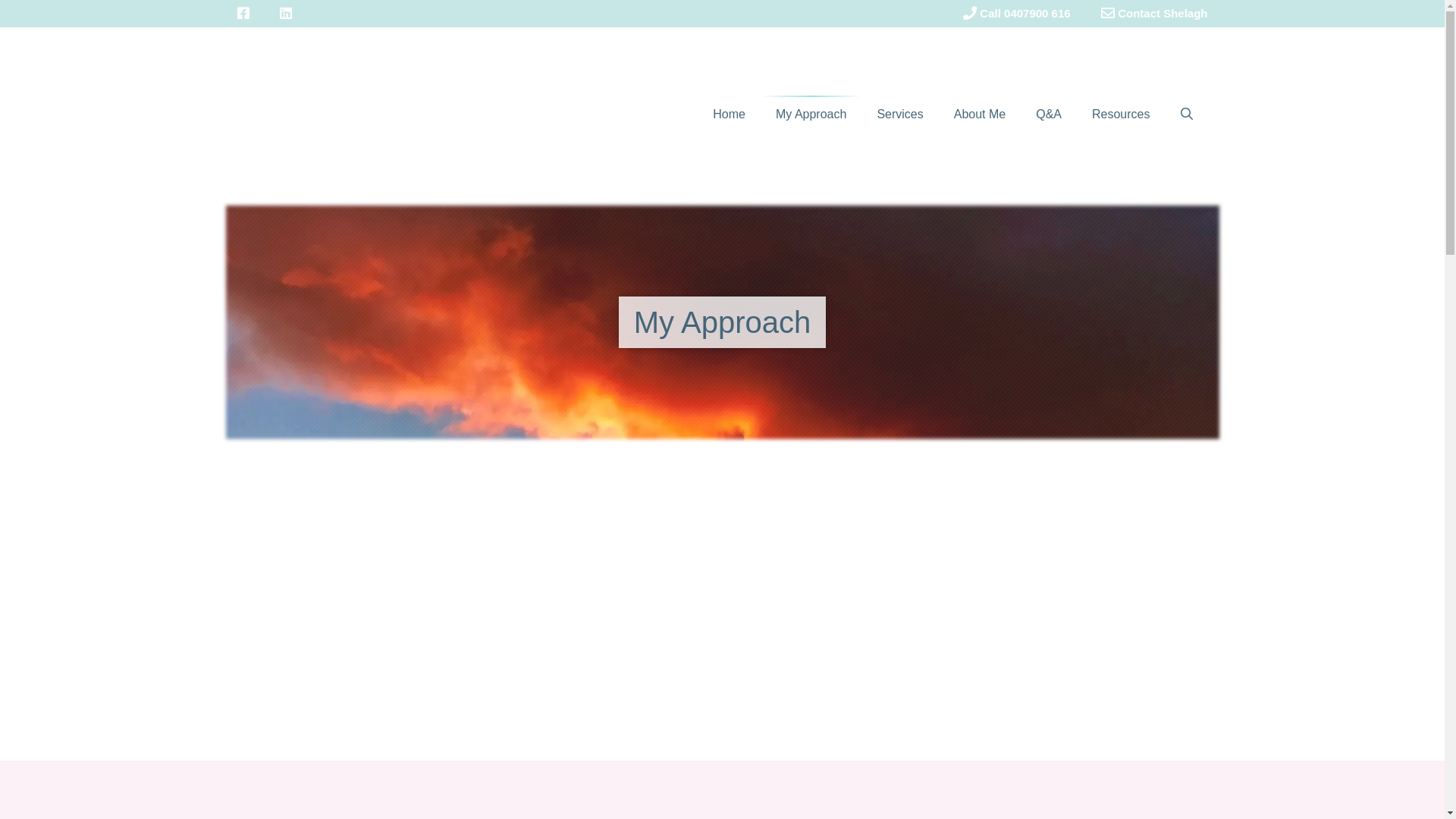 The width and height of the screenshot is (1456, 819). Describe the element at coordinates (979, 113) in the screenshot. I see `'About Me'` at that location.